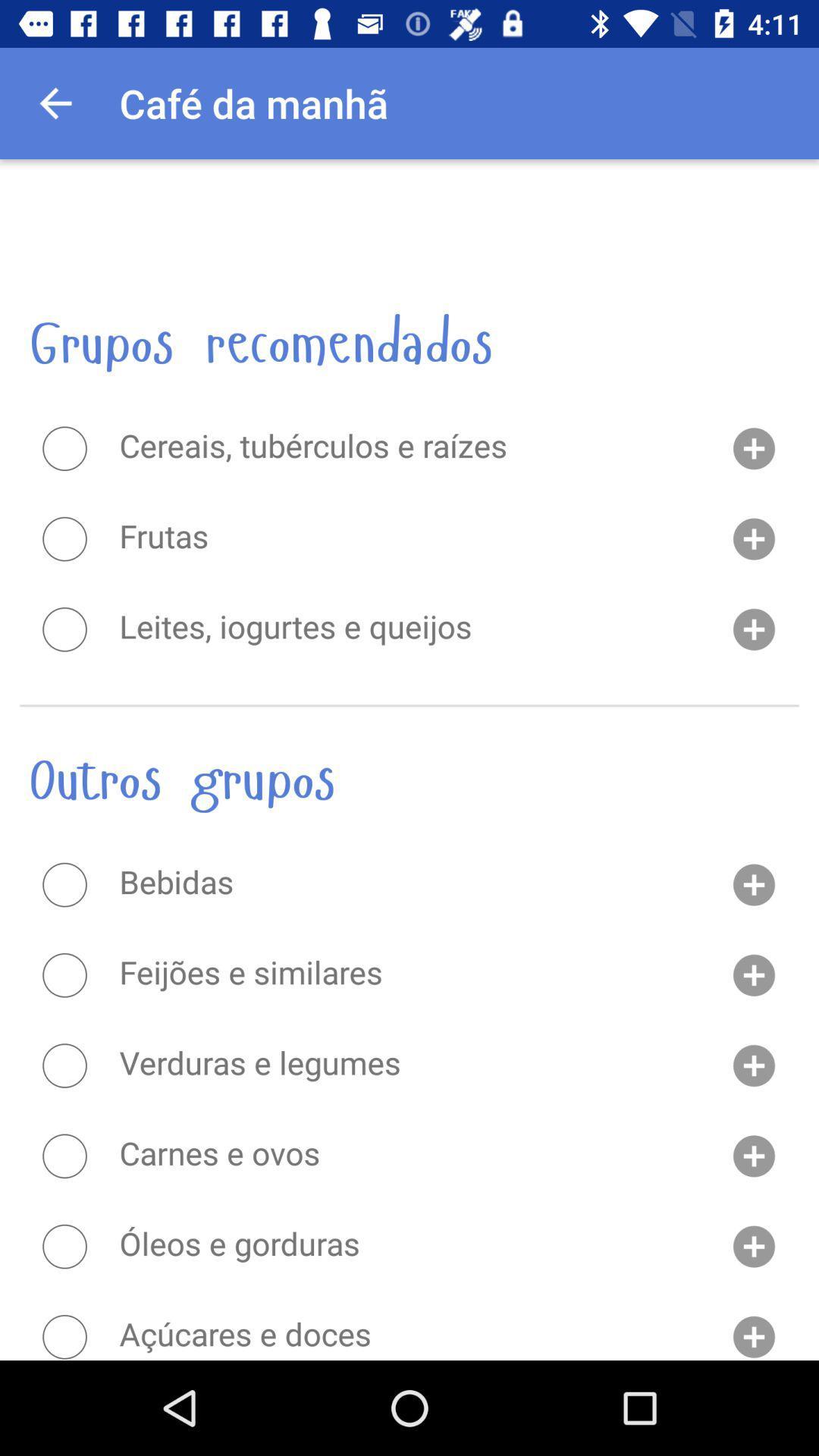  I want to click on an option from the list outros grupos, so click(64, 1336).